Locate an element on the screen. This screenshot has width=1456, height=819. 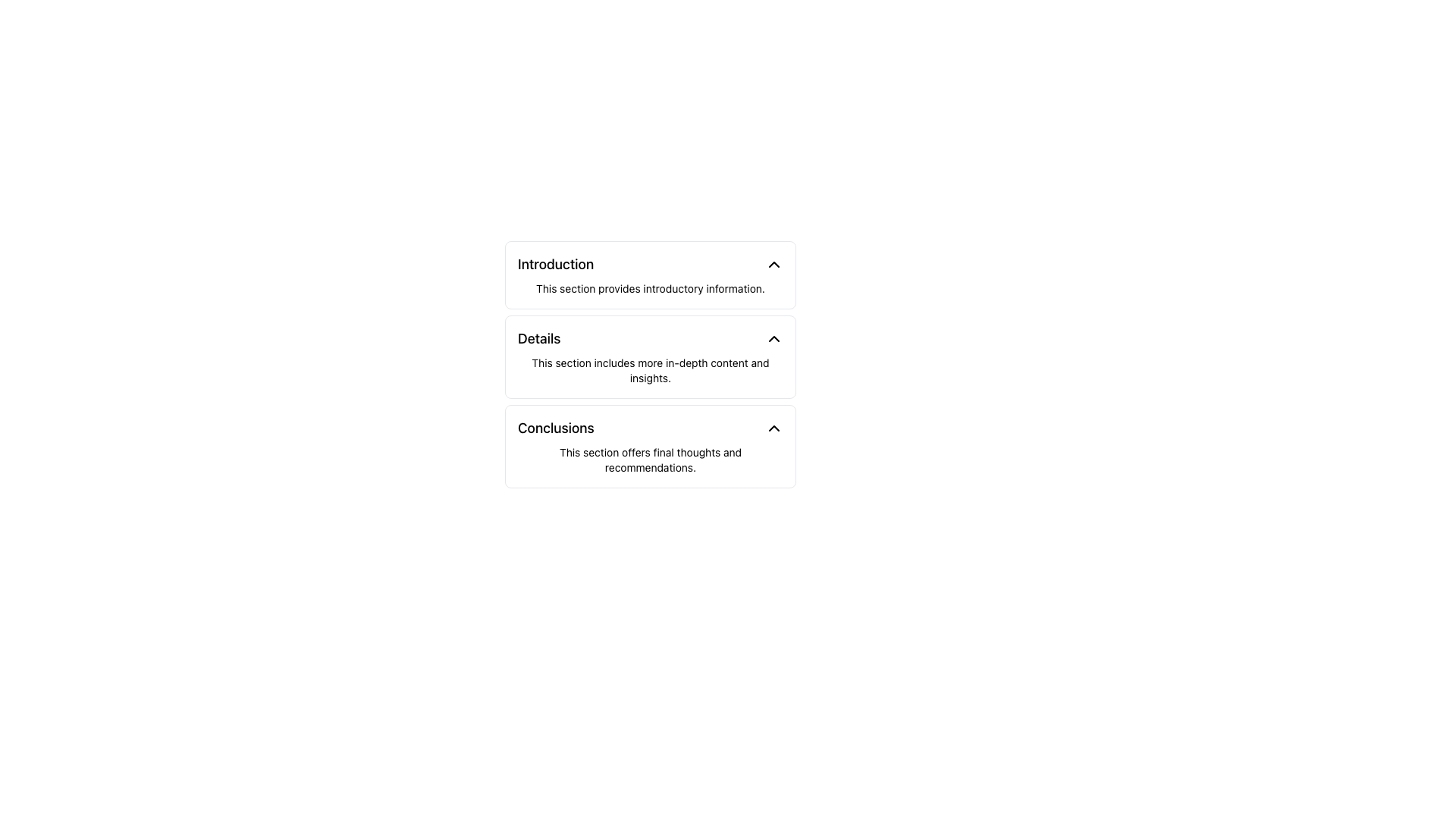
the upward-pointing chevron icon with a black outline located to the right of the 'Details' heading is located at coordinates (774, 338).